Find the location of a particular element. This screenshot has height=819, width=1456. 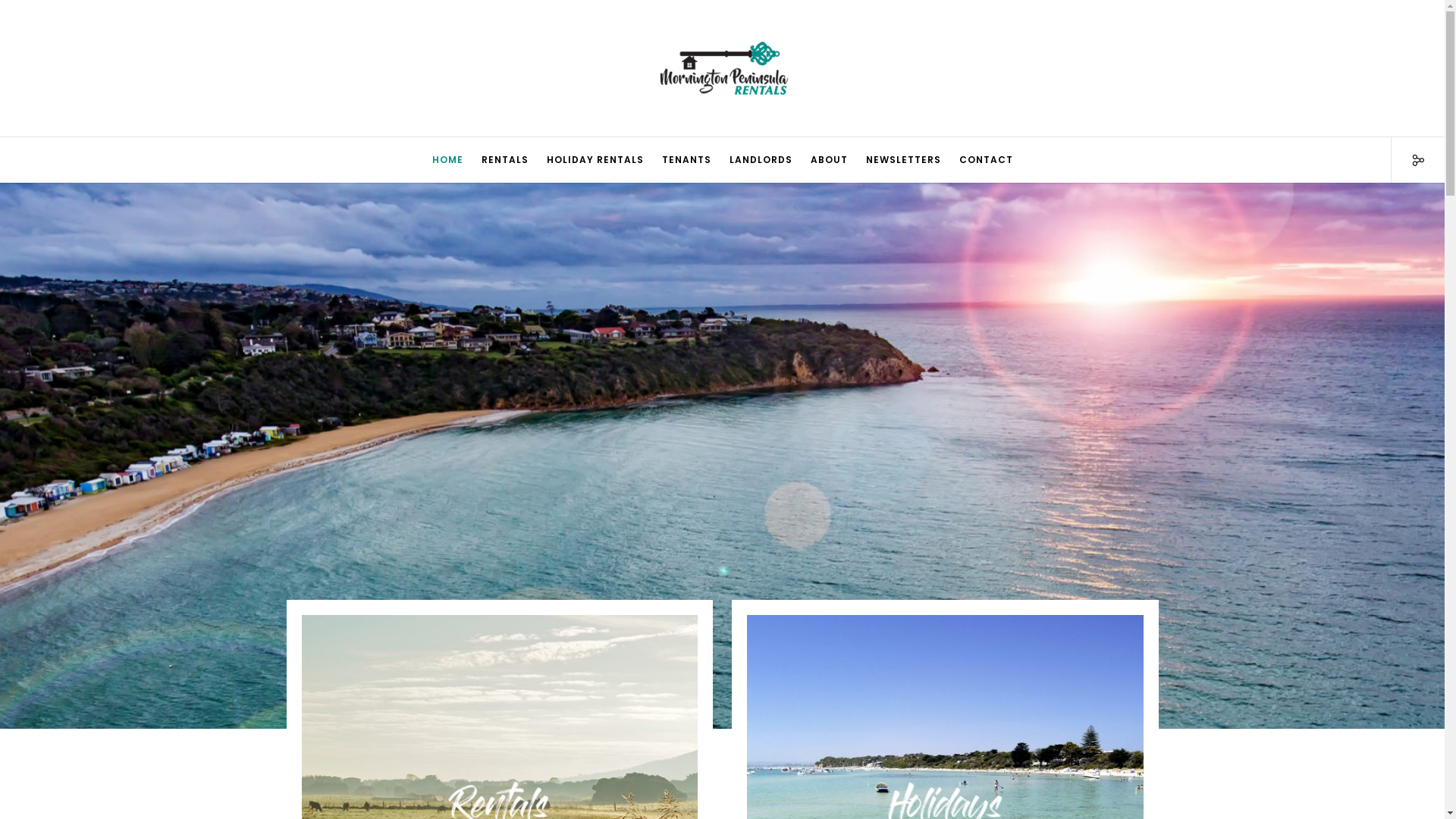

'HOME' is located at coordinates (447, 160).